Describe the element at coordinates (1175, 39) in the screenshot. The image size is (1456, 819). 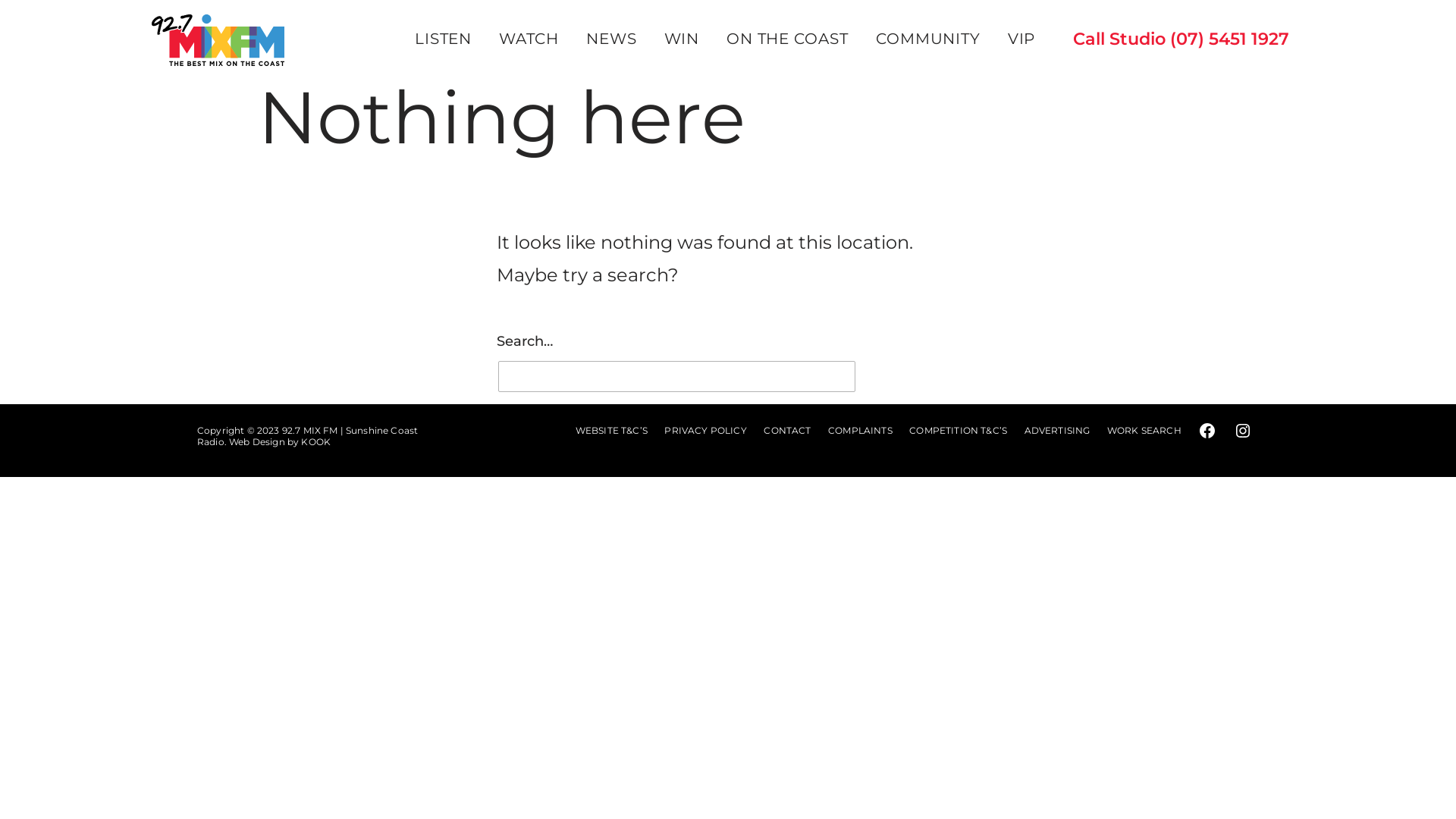
I see `'Call Studio (07) 5451 1927'` at that location.